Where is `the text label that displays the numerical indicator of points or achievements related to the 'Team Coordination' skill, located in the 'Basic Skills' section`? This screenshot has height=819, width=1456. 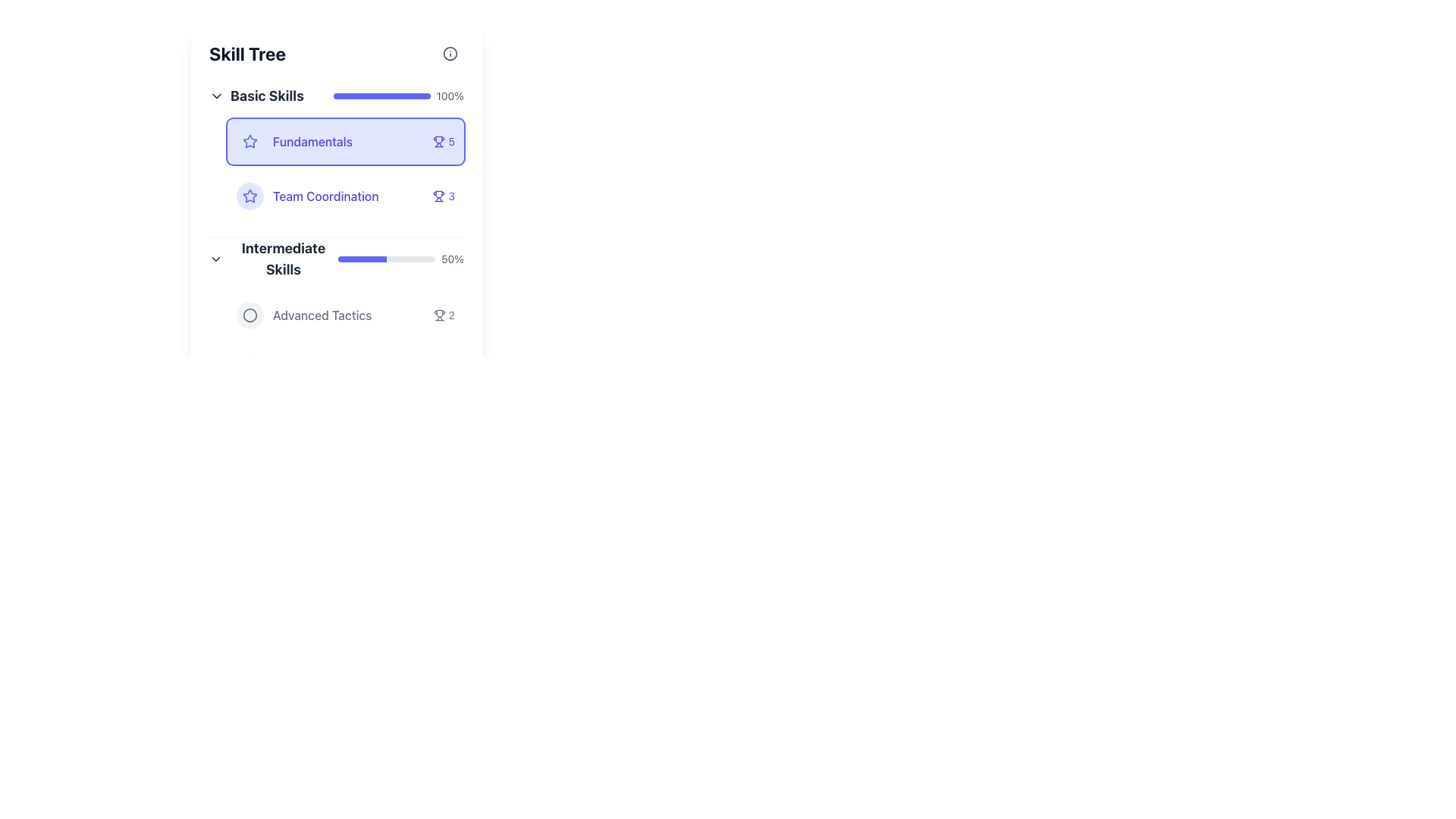
the text label that displays the numerical indicator of points or achievements related to the 'Team Coordination' skill, located in the 'Basic Skills' section is located at coordinates (450, 195).